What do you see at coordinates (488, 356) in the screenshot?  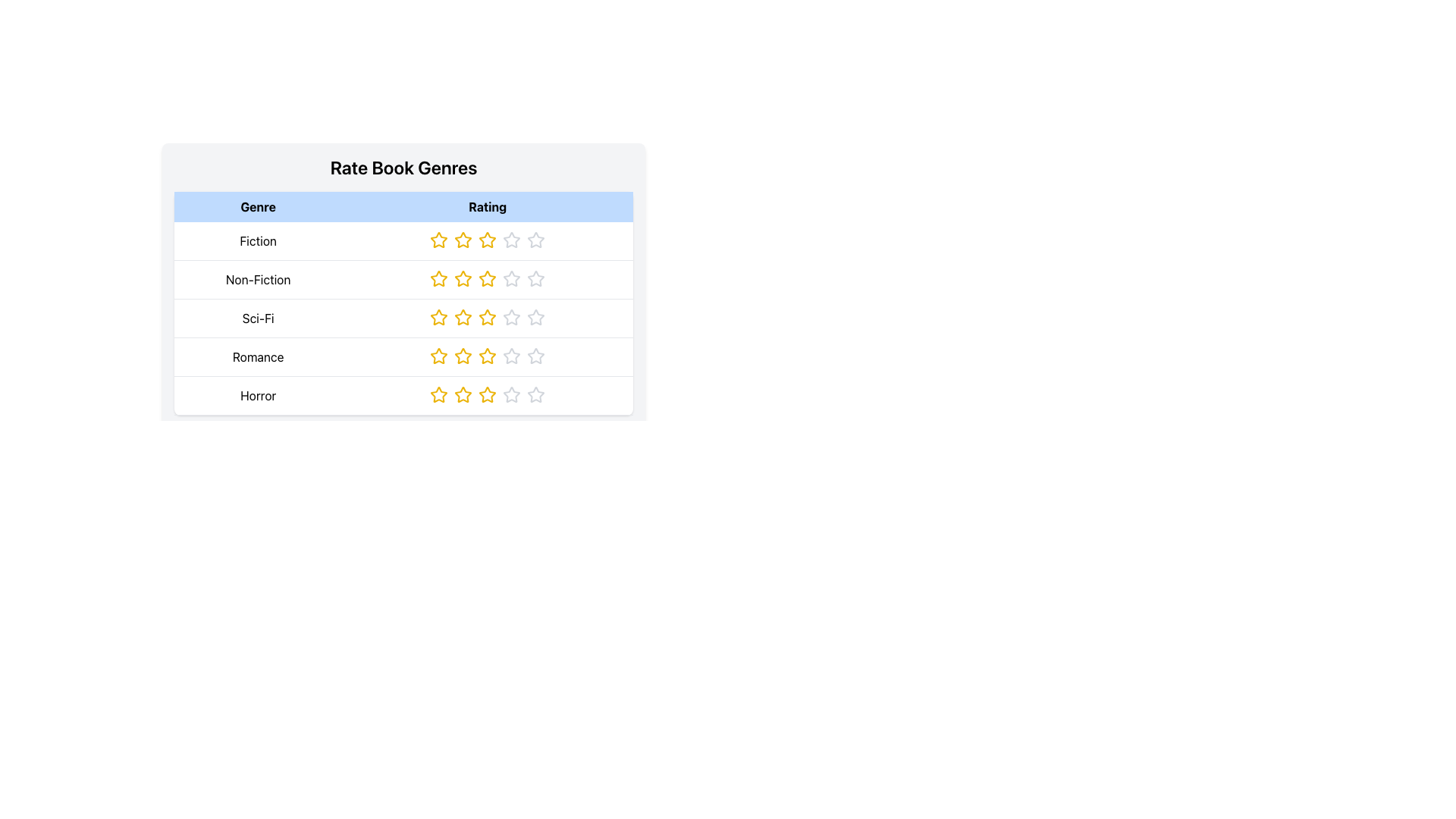 I see `the third rating star in the Romance genre` at bounding box center [488, 356].